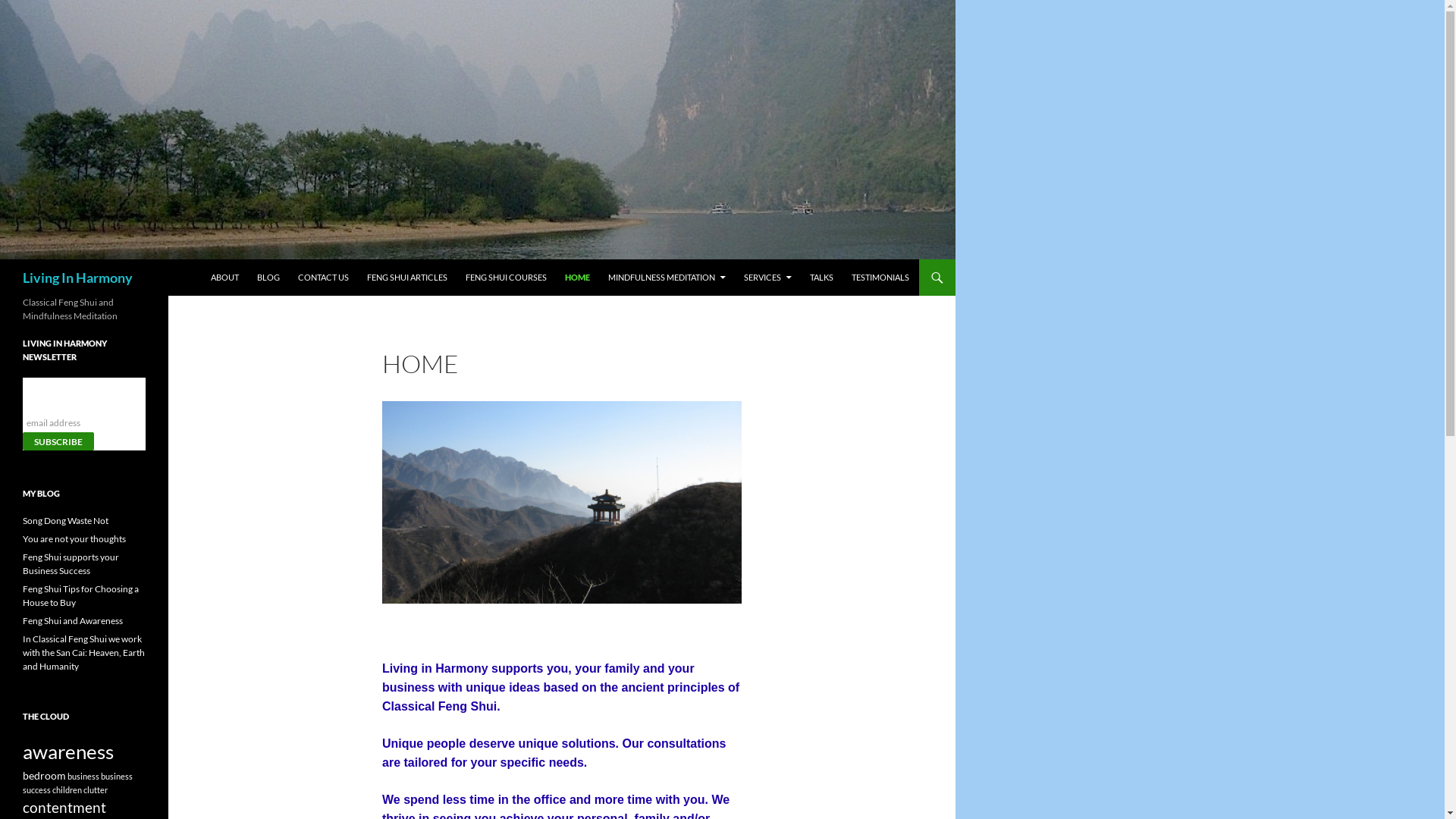 The width and height of the screenshot is (1456, 819). Describe the element at coordinates (576, 278) in the screenshot. I see `'HOME'` at that location.